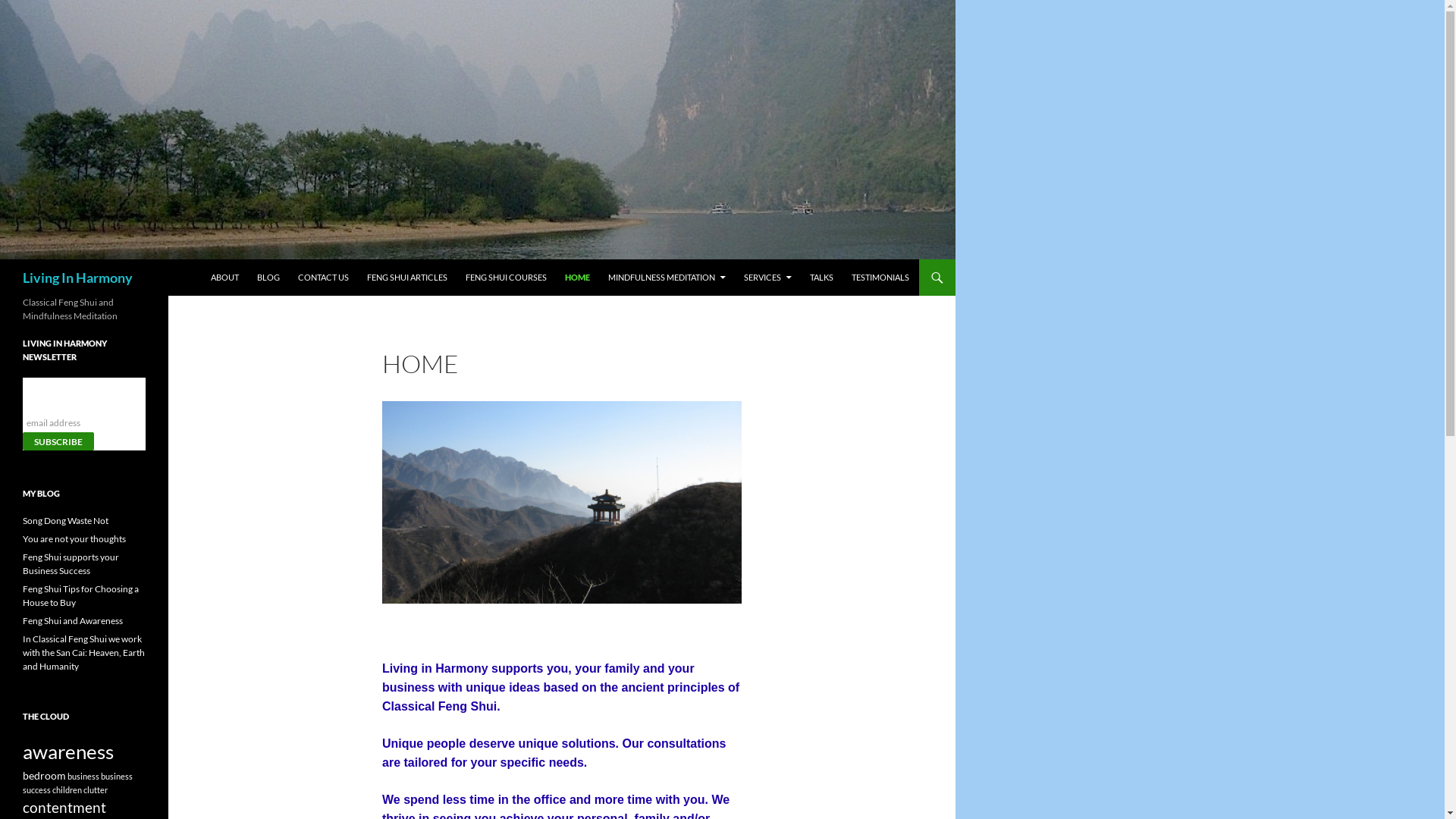 The width and height of the screenshot is (1456, 819). Describe the element at coordinates (576, 278) in the screenshot. I see `'HOME'` at that location.